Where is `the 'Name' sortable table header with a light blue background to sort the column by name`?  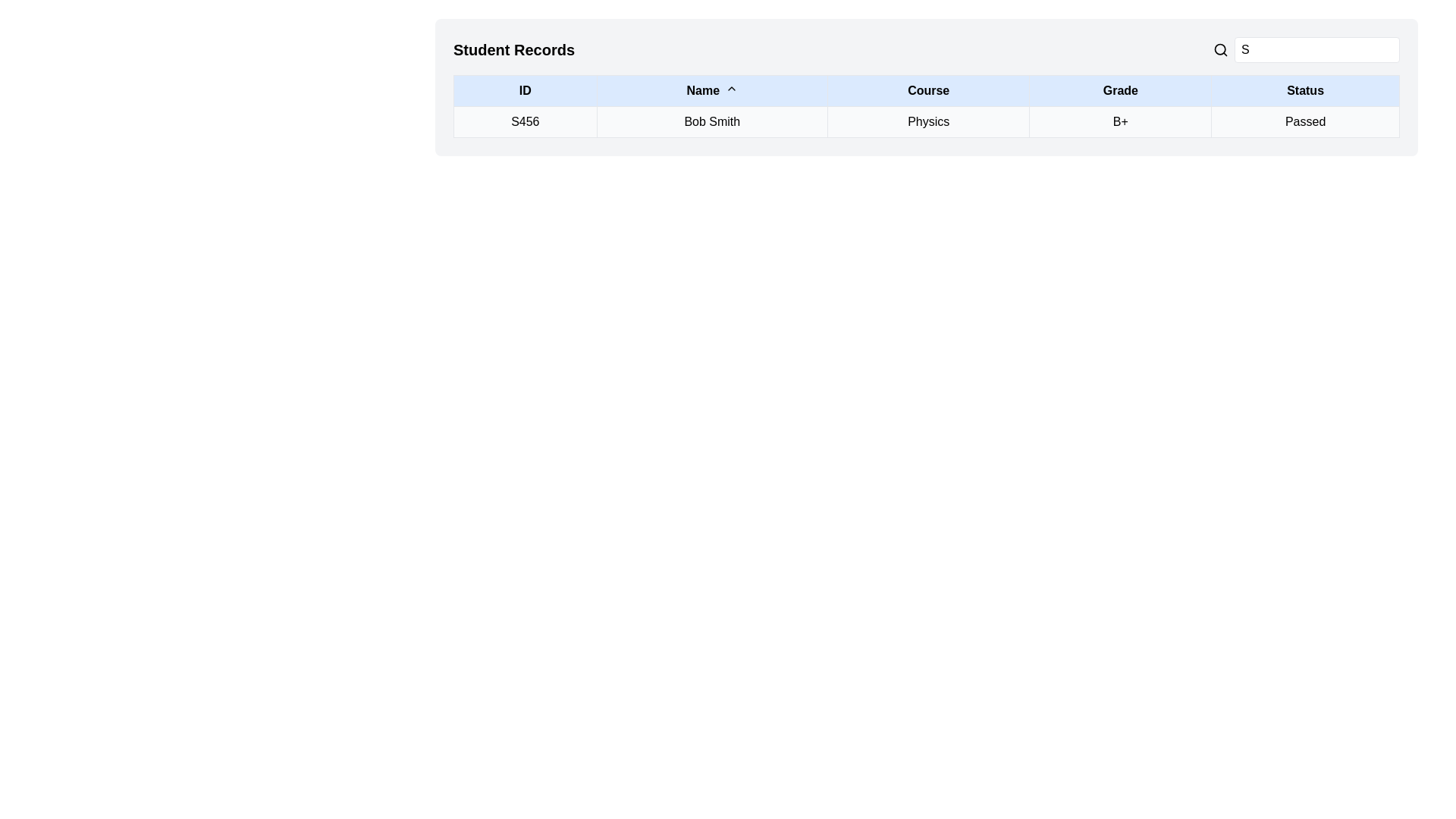 the 'Name' sortable table header with a light blue background to sort the column by name is located at coordinates (711, 90).